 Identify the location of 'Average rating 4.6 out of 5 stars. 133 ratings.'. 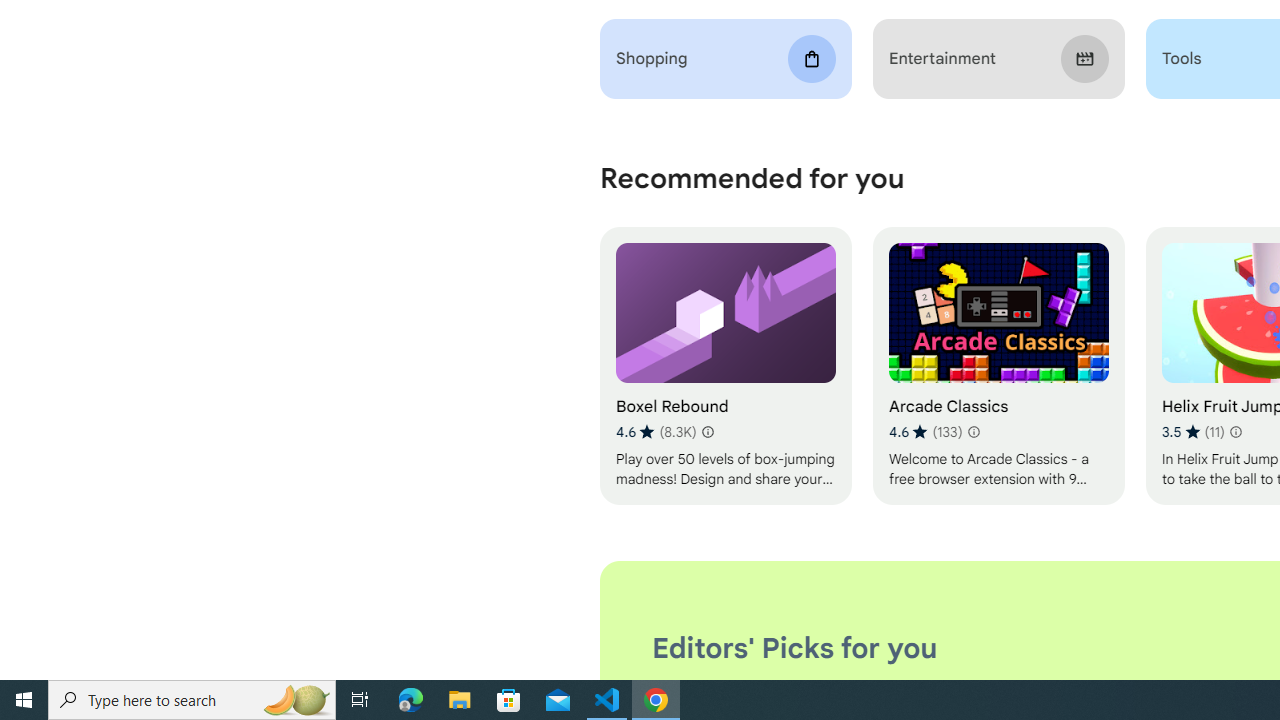
(924, 431).